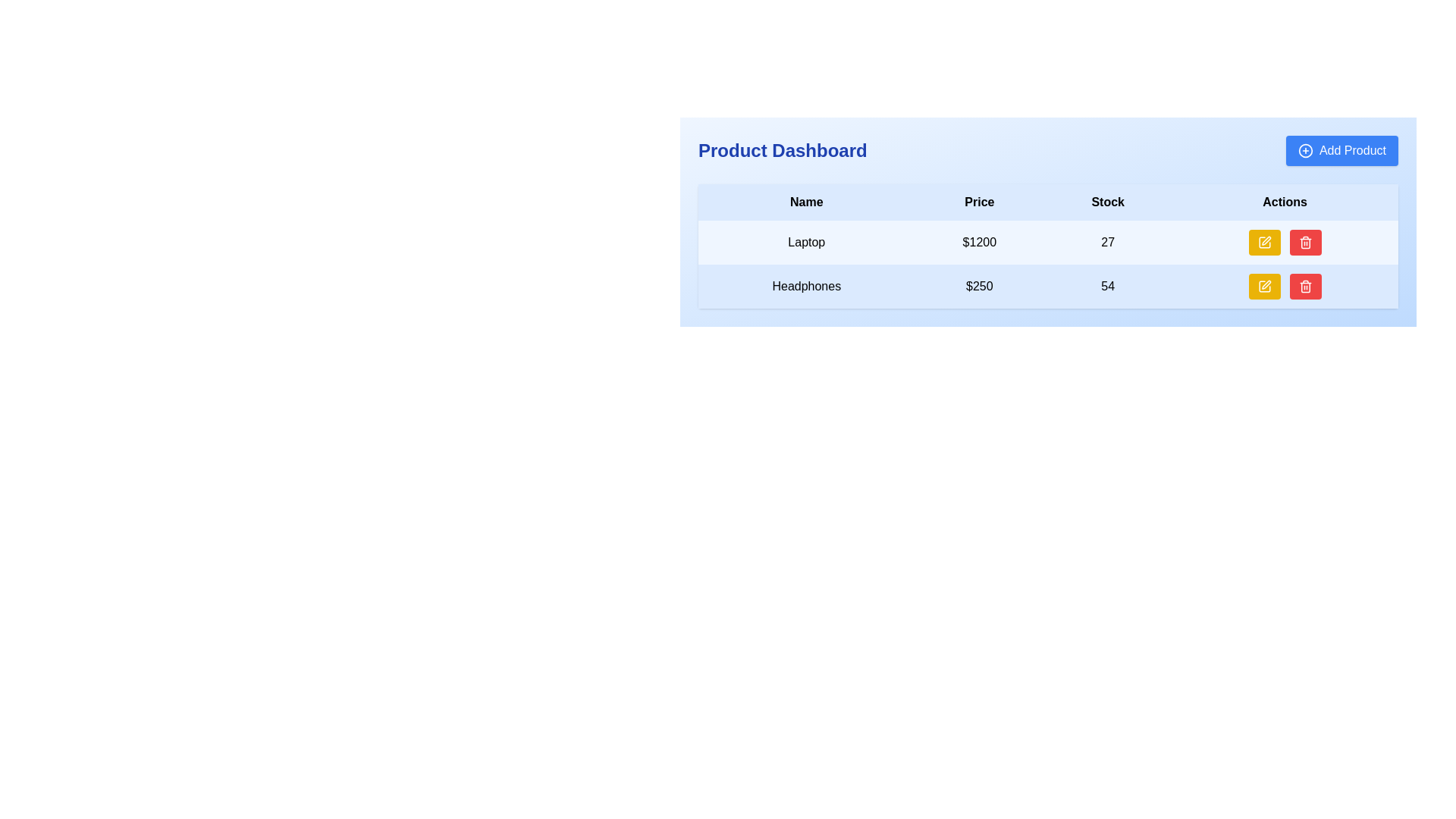 This screenshot has width=1456, height=819. Describe the element at coordinates (783, 151) in the screenshot. I see `title label that serves as a heading for the page, located at the specified coordinates` at that location.